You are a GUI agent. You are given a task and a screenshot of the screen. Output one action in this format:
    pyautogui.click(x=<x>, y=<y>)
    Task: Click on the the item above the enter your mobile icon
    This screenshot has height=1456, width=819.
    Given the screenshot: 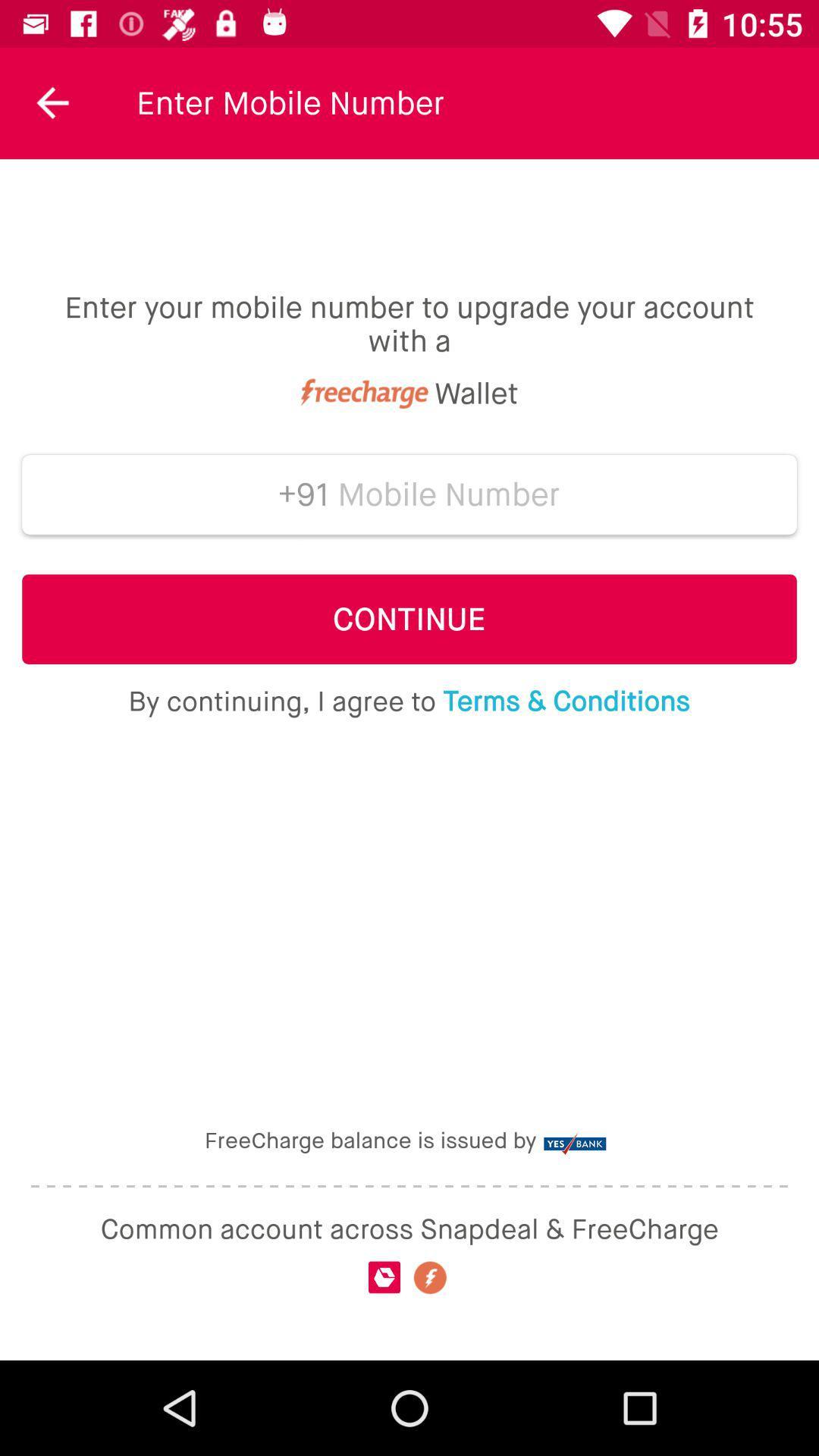 What is the action you would take?
    pyautogui.click(x=52, y=102)
    